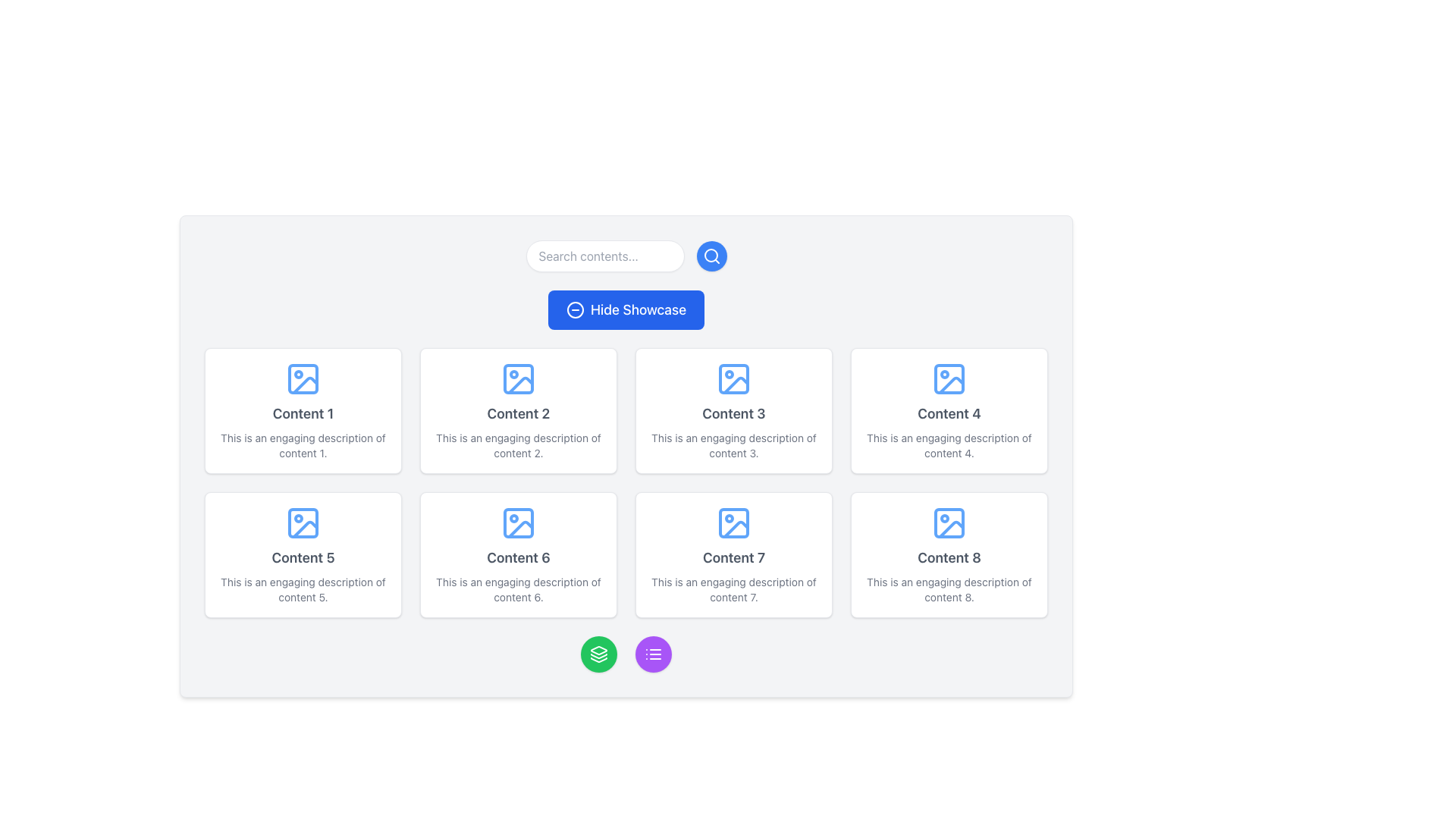 Image resolution: width=1456 pixels, height=819 pixels. Describe the element at coordinates (626, 654) in the screenshot. I see `the green button in the horizontal button group located at the bottom of the main content grid` at that location.